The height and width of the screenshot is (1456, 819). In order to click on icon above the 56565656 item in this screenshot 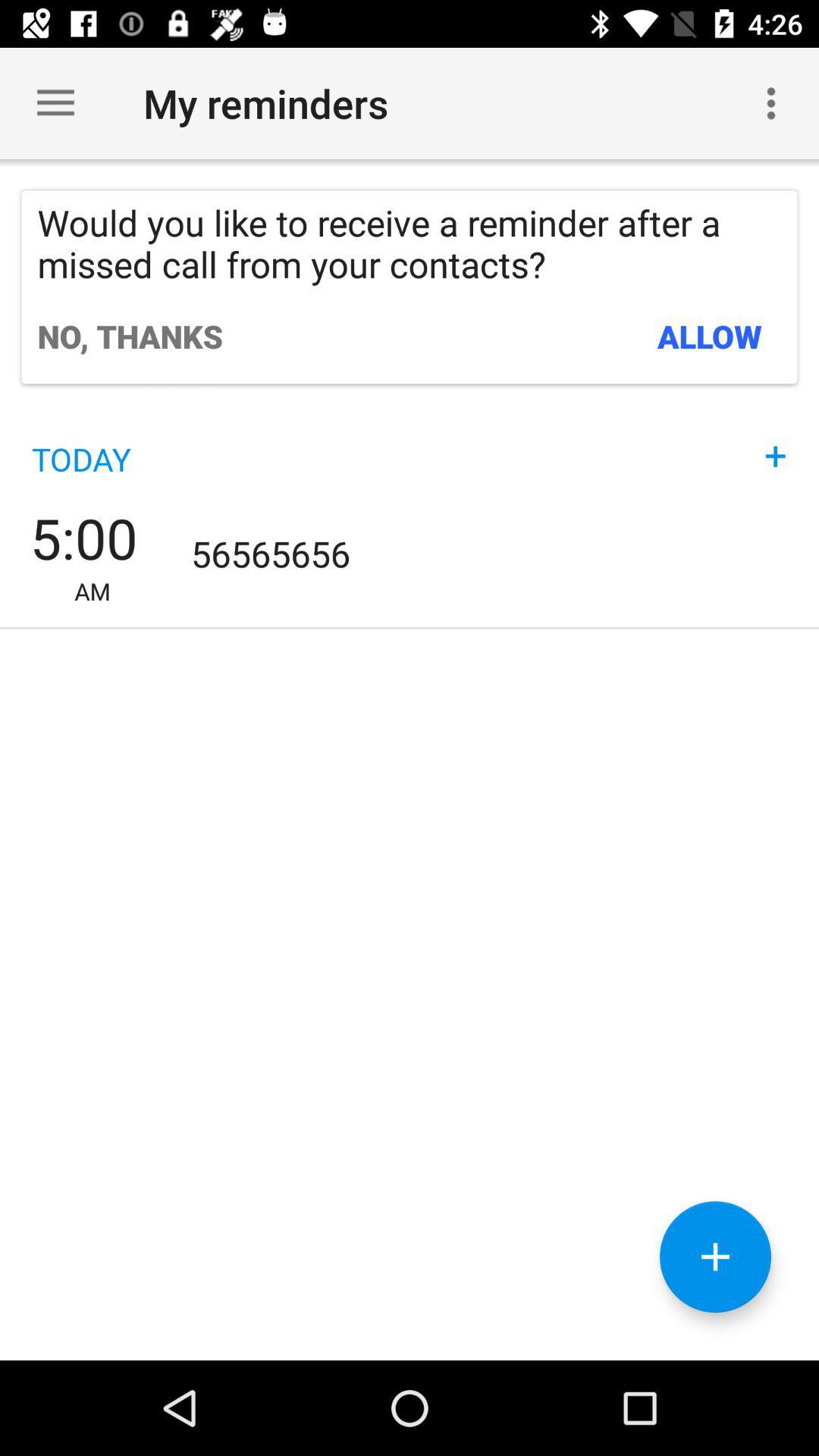, I will do `click(775, 440)`.